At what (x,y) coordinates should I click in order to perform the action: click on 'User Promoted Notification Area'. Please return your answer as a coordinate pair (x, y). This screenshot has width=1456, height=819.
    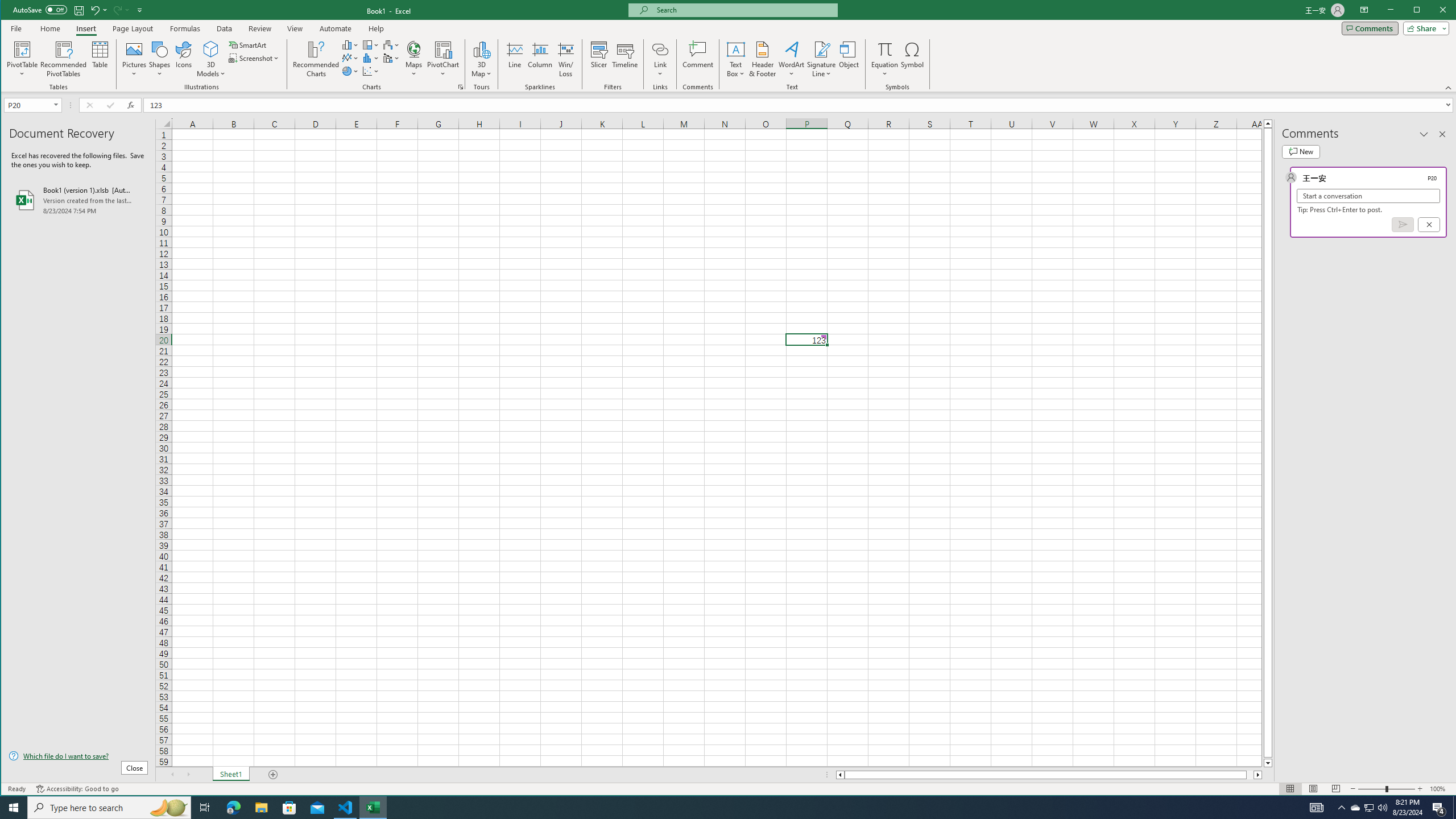
    Looking at the image, I should click on (1355, 806).